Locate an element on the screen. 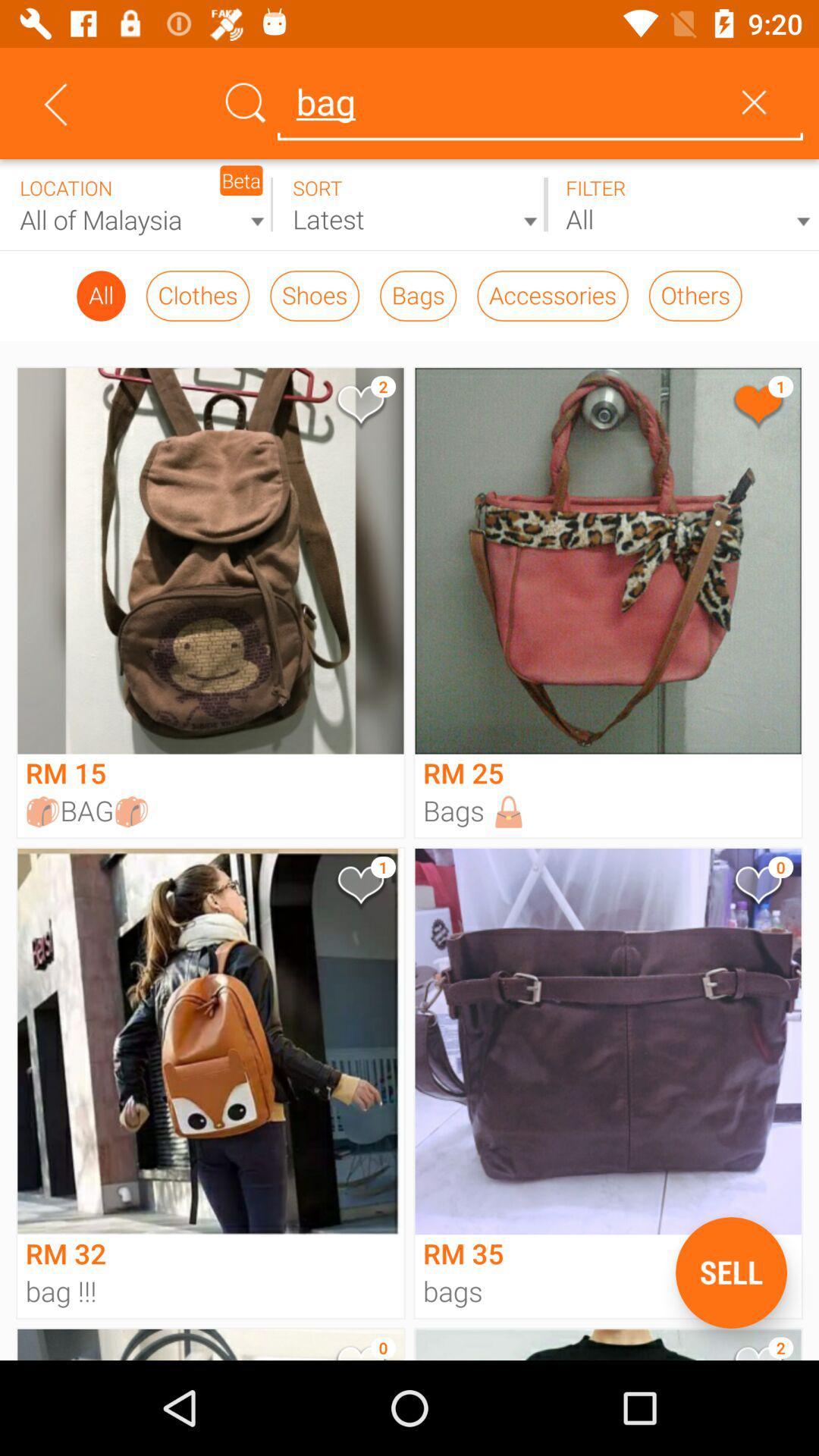  mark as favorite is located at coordinates (758, 407).